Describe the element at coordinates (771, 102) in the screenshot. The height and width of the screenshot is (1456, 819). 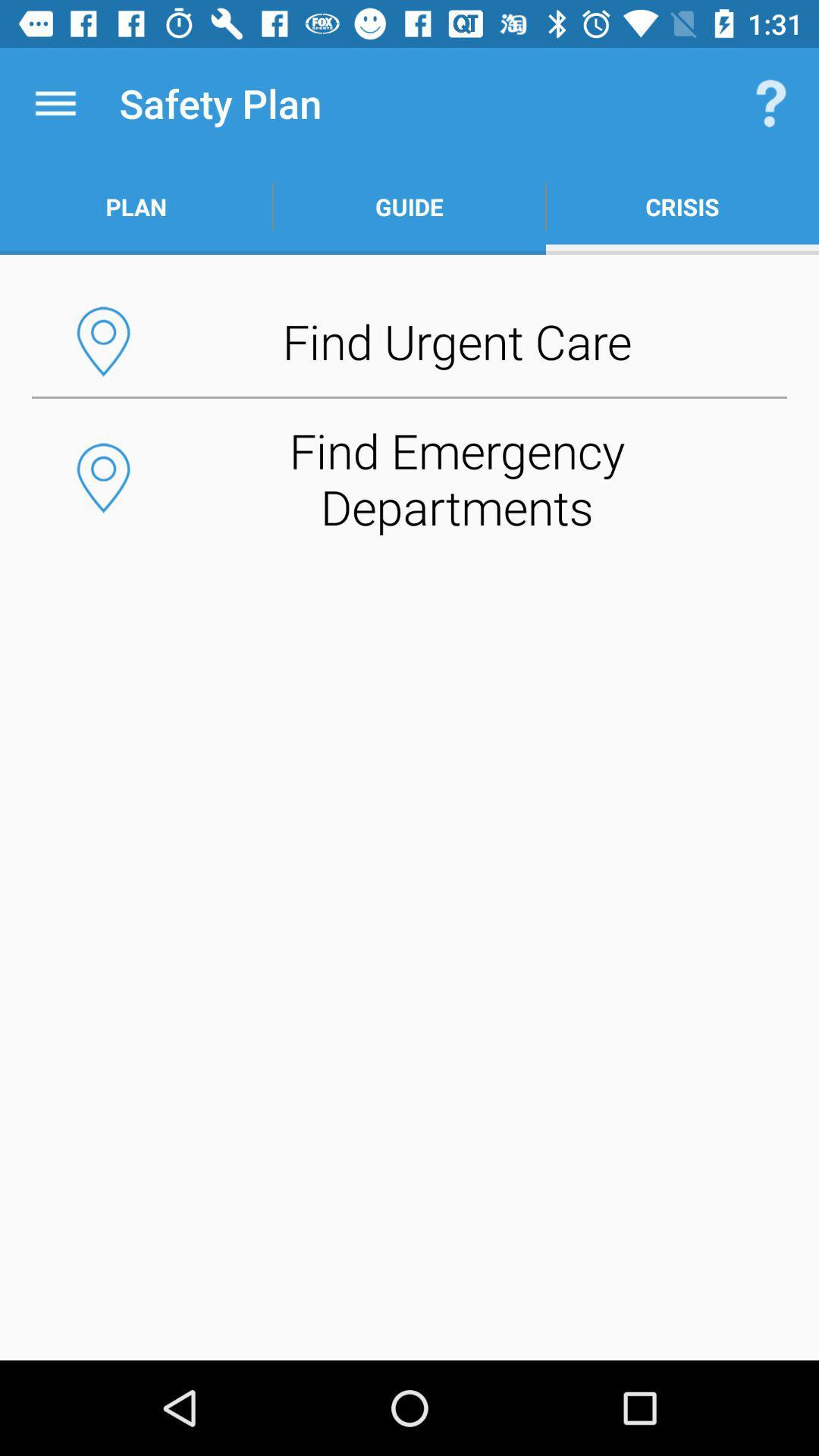
I see `app to the right of guide item` at that location.